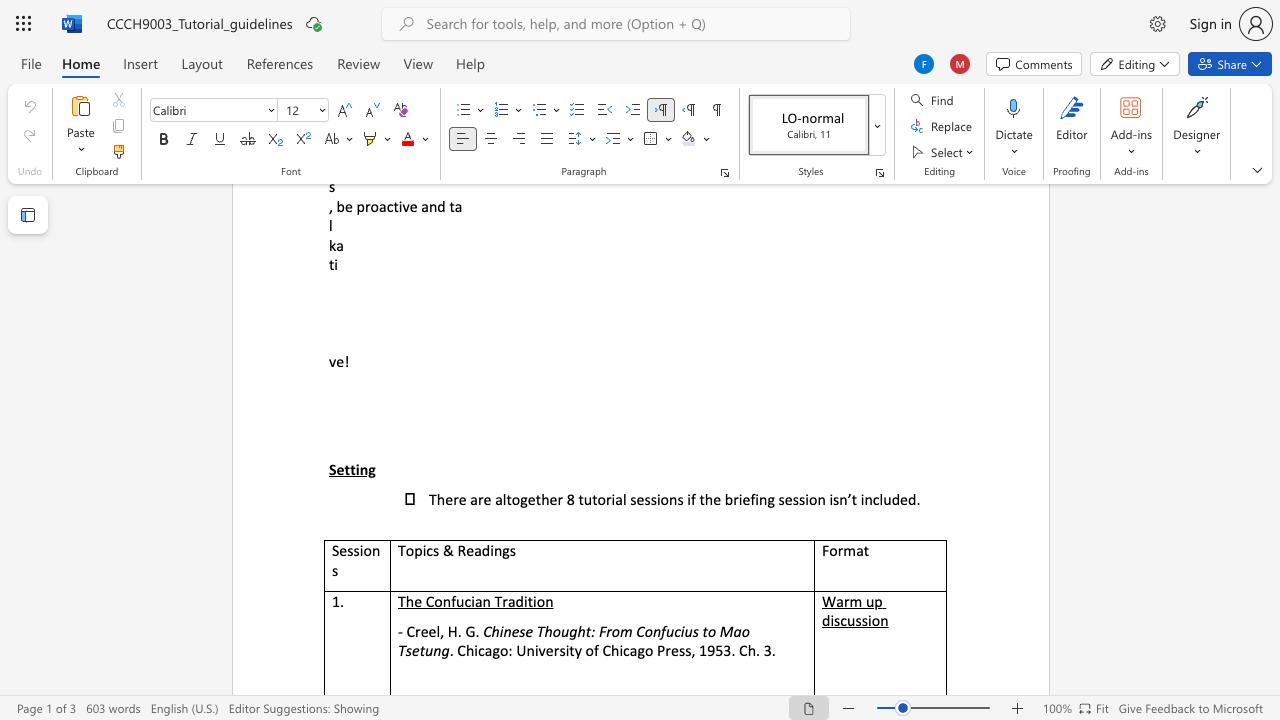 The width and height of the screenshot is (1280, 720). What do you see at coordinates (498, 550) in the screenshot?
I see `the 1th character "n" in the text` at bounding box center [498, 550].